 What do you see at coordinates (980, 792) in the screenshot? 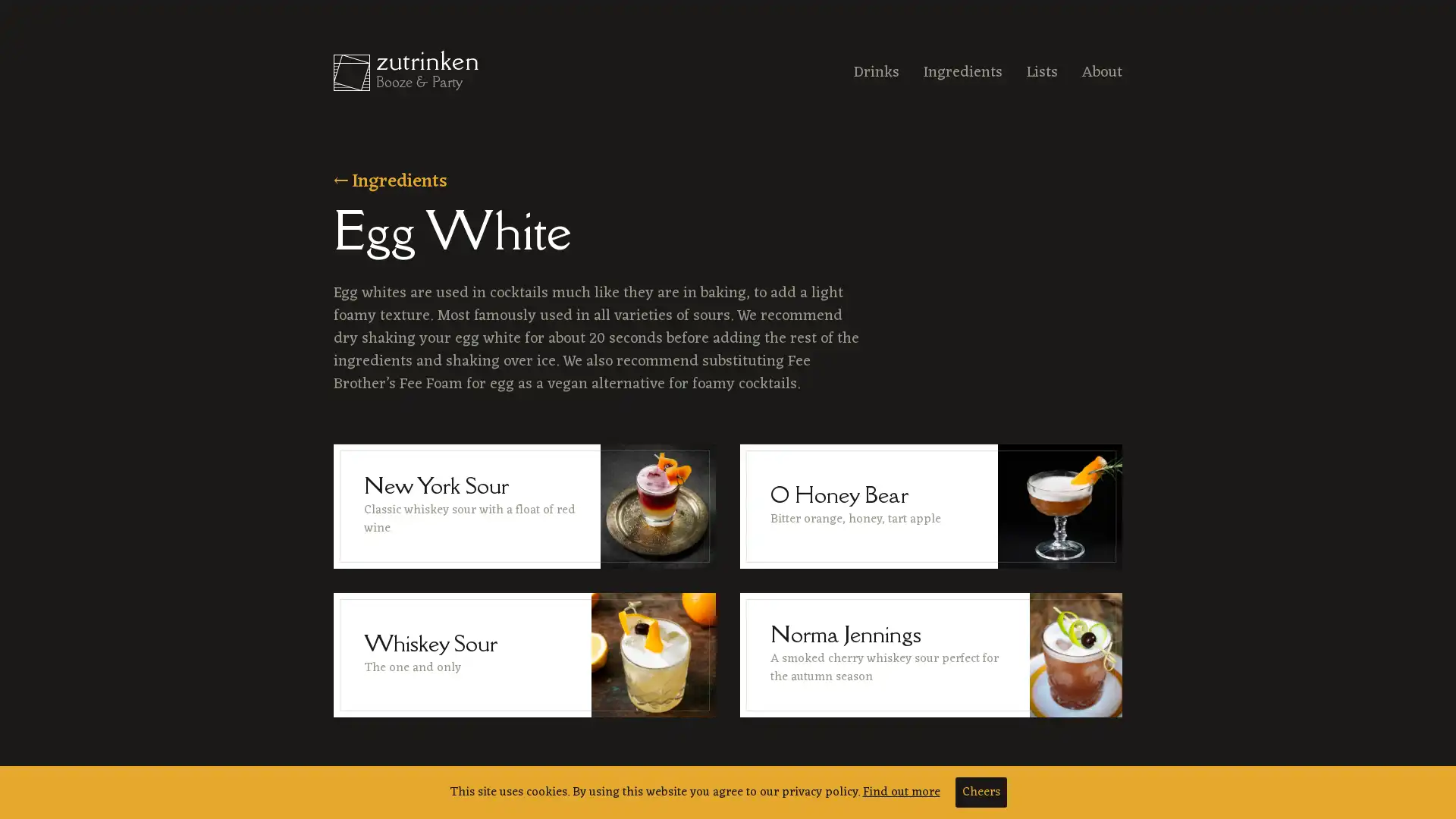
I see `Cheers` at bounding box center [980, 792].